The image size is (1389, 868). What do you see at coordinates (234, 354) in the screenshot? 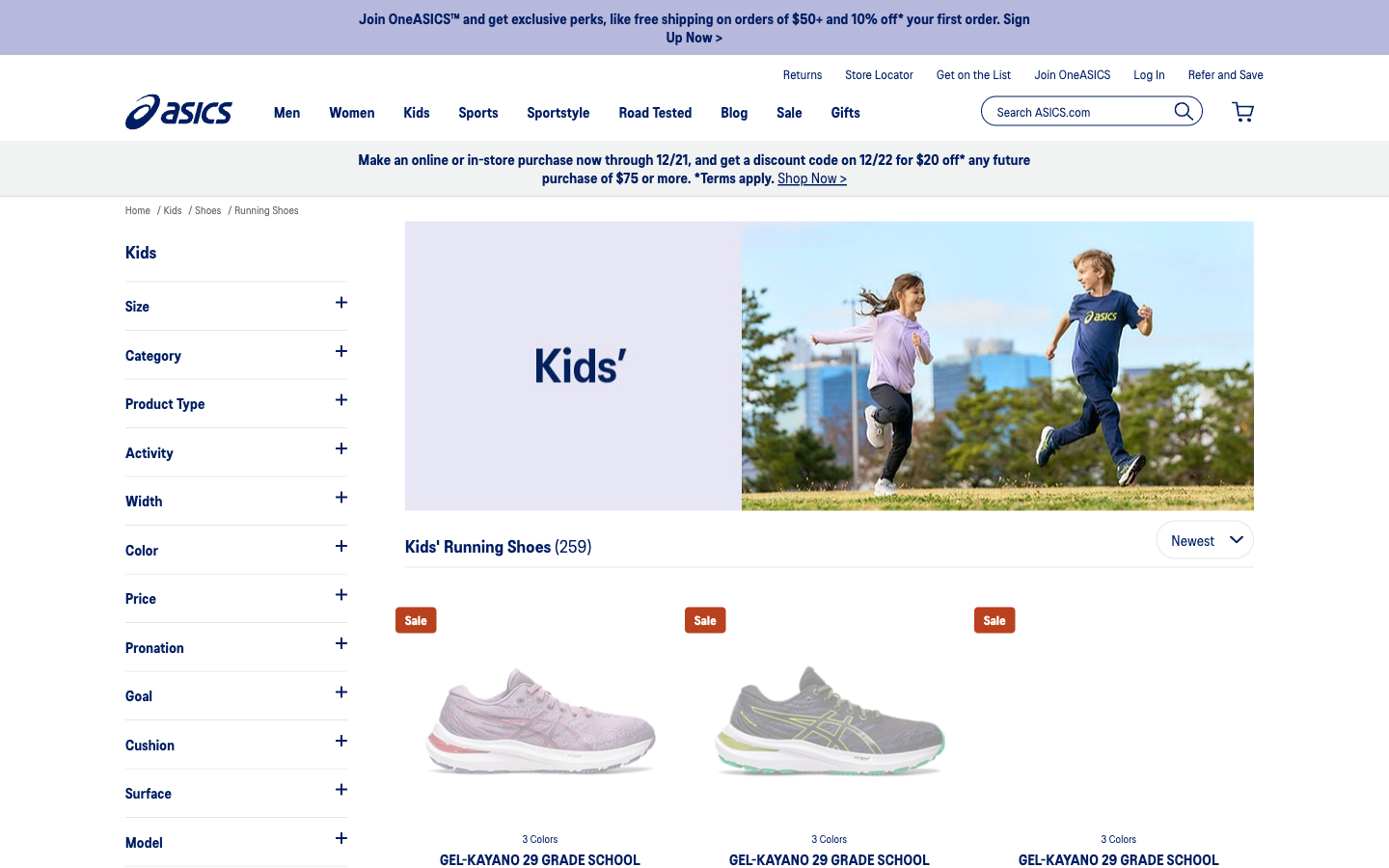
I see `See different categories they have, but changed my mind to go back to searching for my husband"s shoes` at bounding box center [234, 354].